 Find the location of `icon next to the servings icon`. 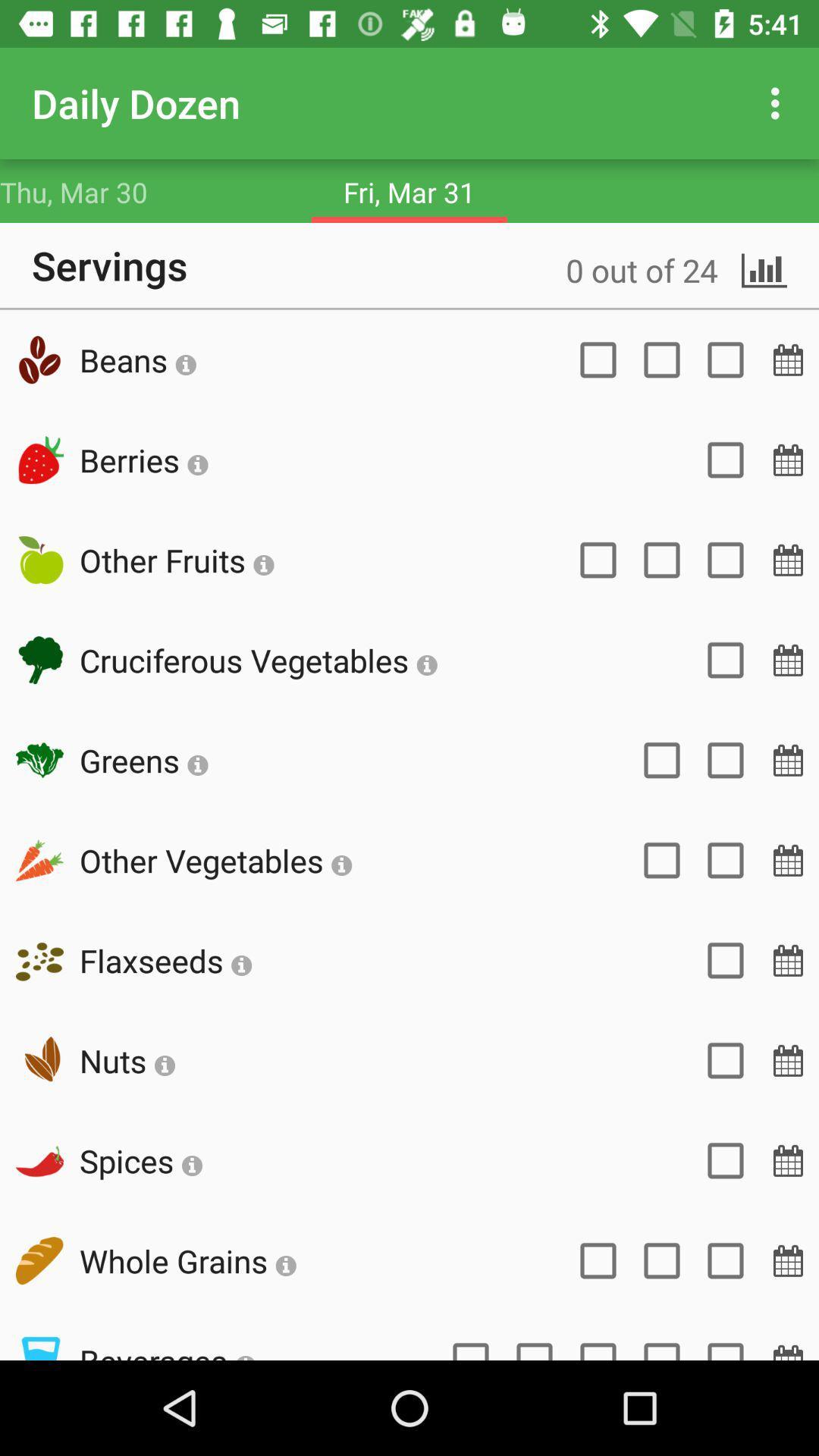

icon next to the servings icon is located at coordinates (614, 265).